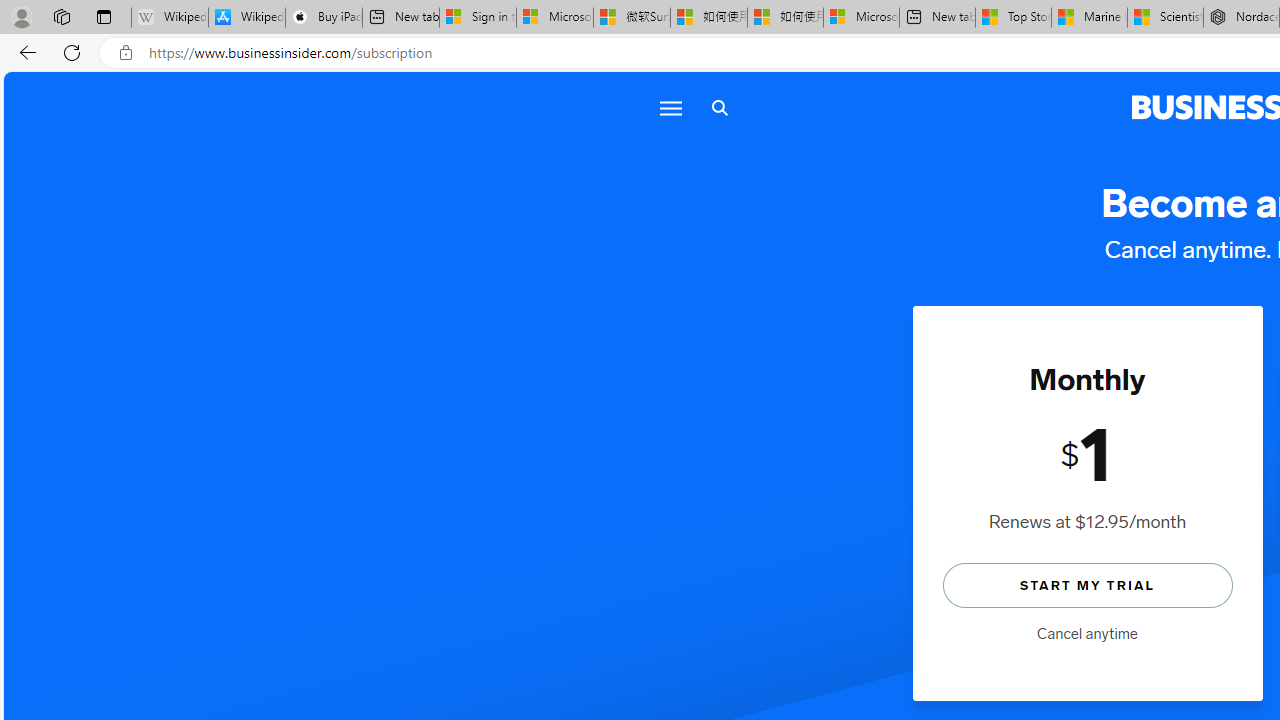 Image resolution: width=1280 pixels, height=720 pixels. I want to click on 'Sign in to your Microsoft account', so click(477, 17).